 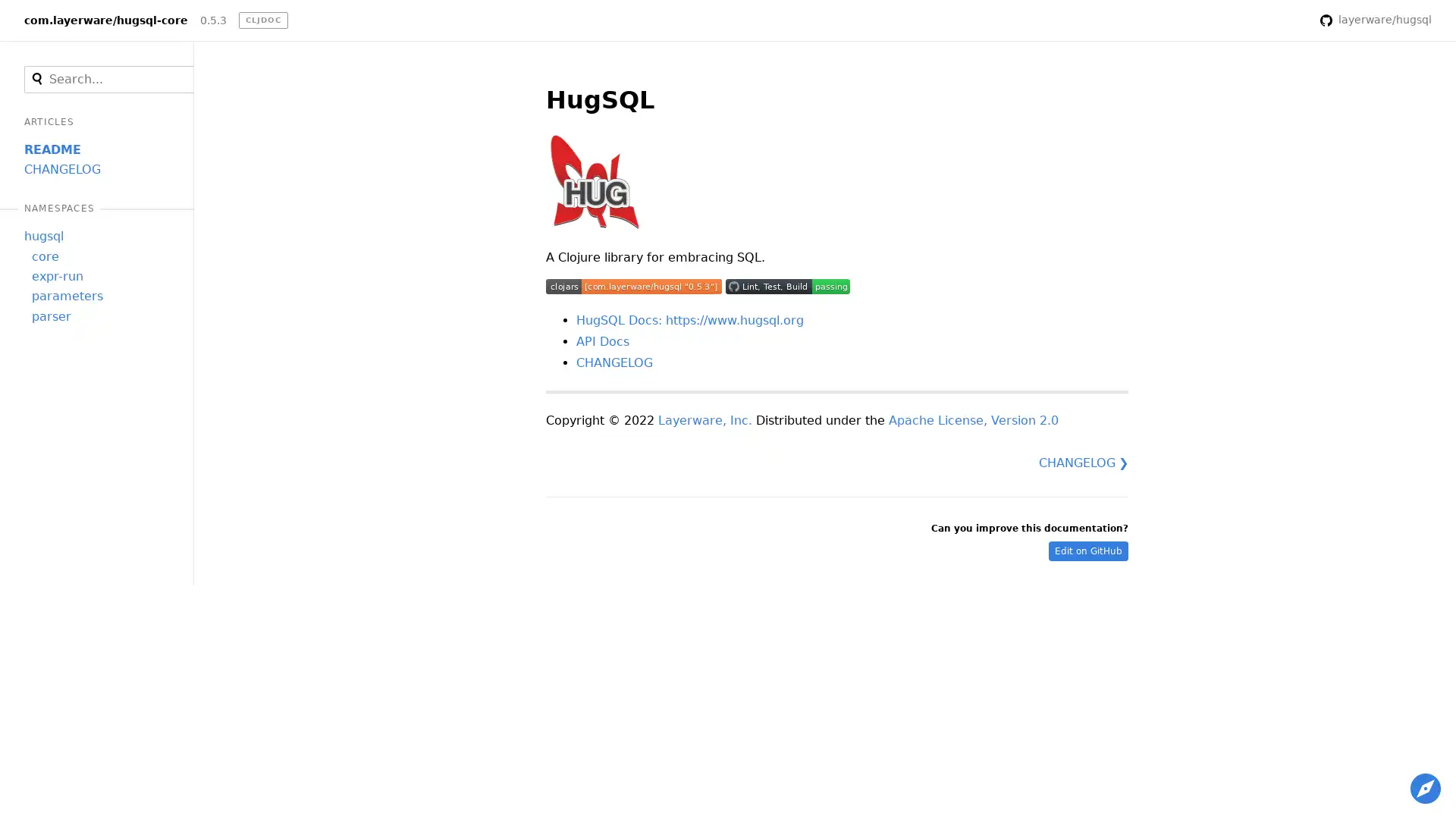 I want to click on rebuild, so click(x=1287, y=20).